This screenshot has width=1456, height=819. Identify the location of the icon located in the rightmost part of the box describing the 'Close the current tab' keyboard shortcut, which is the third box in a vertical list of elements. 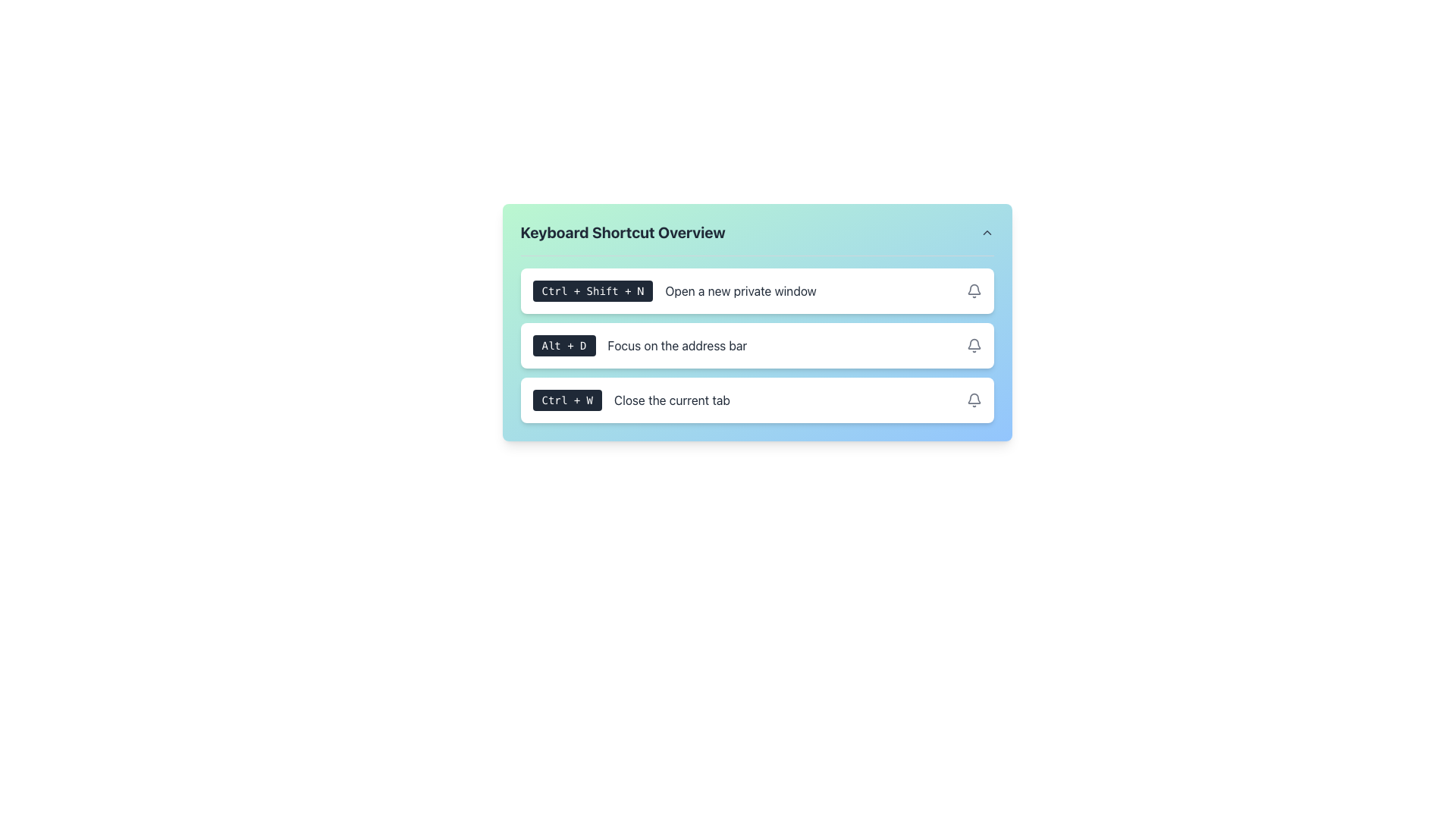
(974, 400).